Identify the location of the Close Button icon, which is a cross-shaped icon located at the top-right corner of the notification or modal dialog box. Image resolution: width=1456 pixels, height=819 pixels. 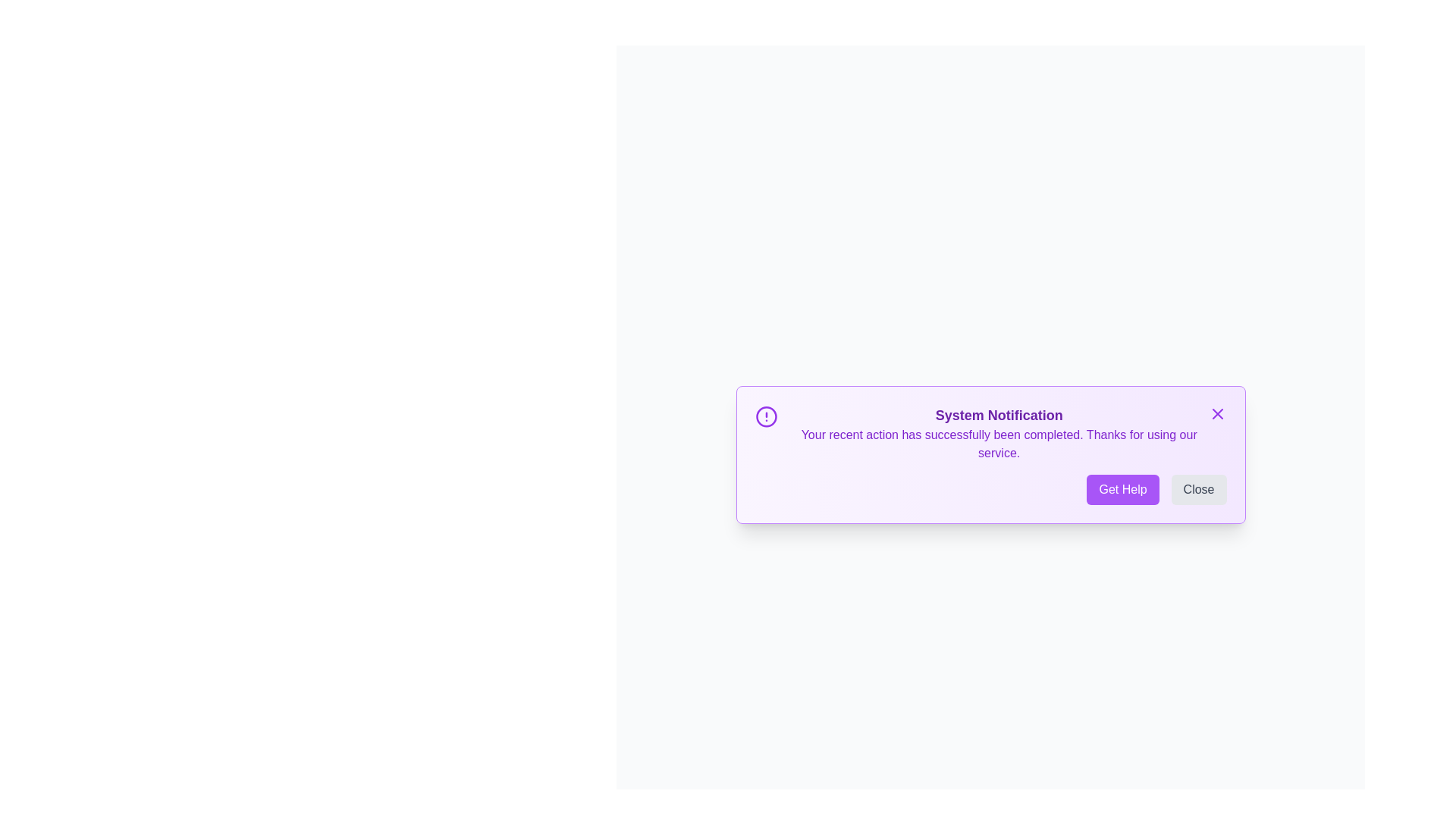
(1217, 414).